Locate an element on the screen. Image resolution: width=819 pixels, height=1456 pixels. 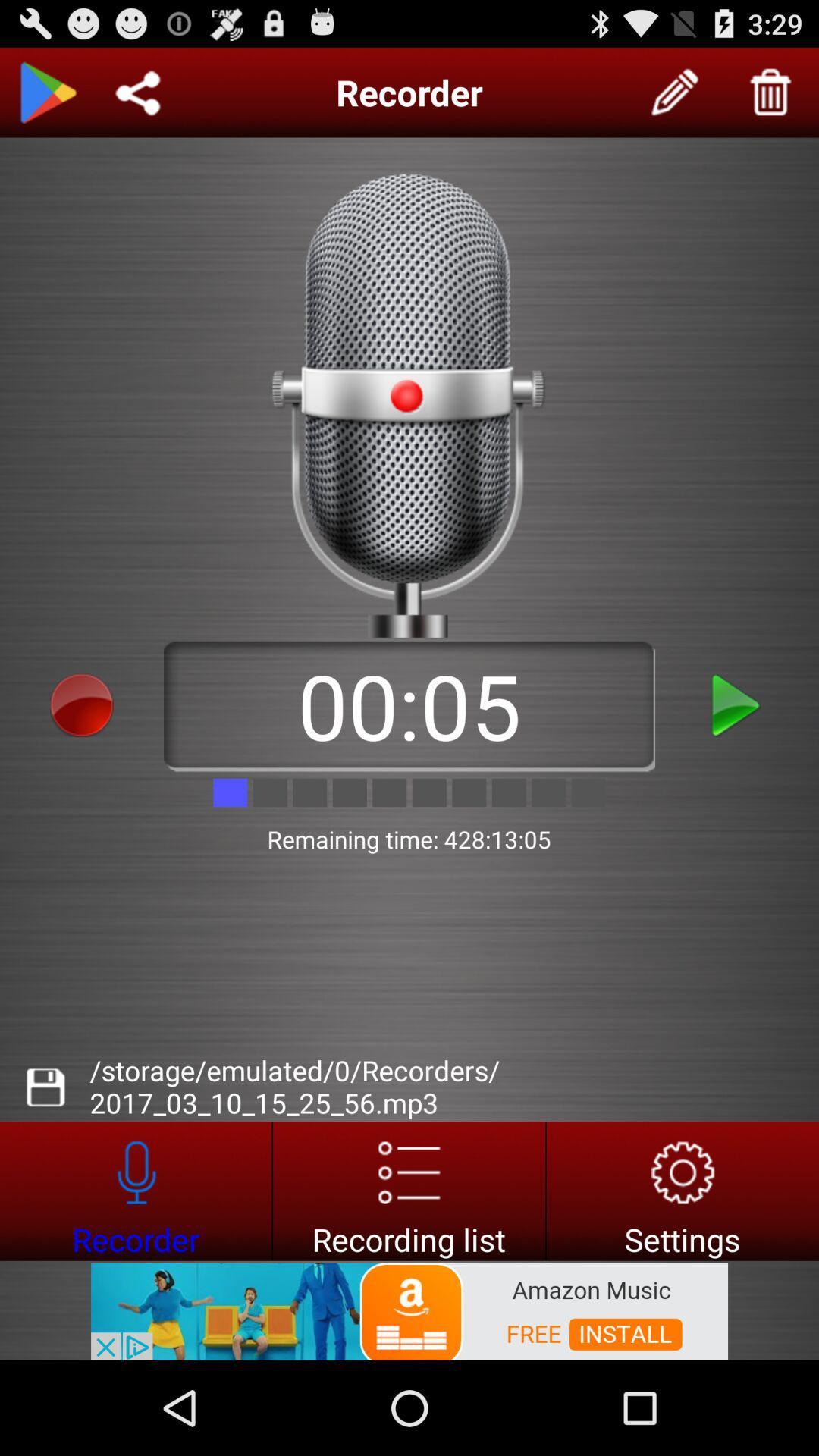
the microphone icon is located at coordinates (135, 1274).